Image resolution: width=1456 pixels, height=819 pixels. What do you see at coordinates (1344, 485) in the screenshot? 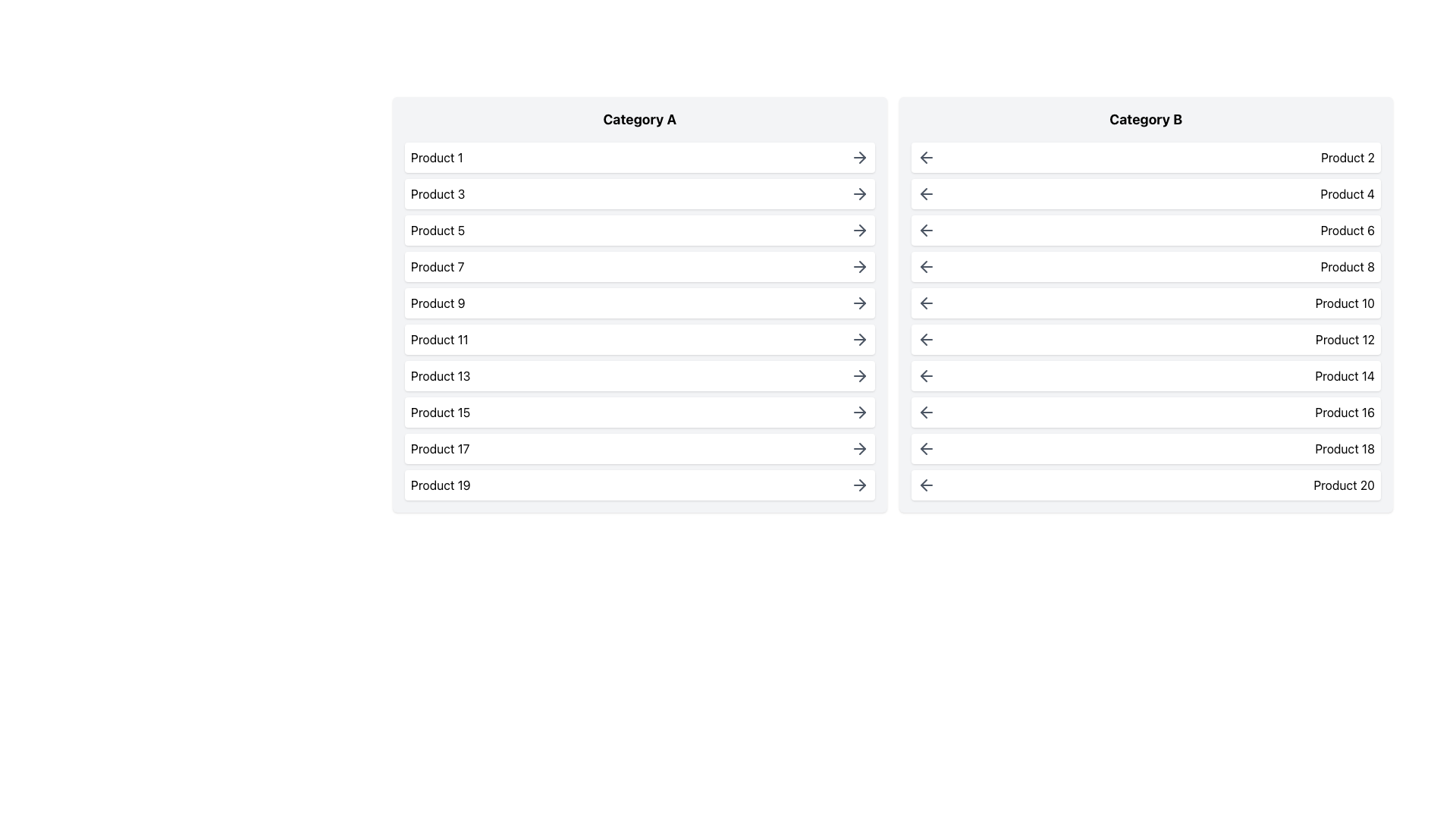
I see `the text label displaying 'Product 20' in bold black font, located at the bottom of the second column in a two-column layout` at bounding box center [1344, 485].